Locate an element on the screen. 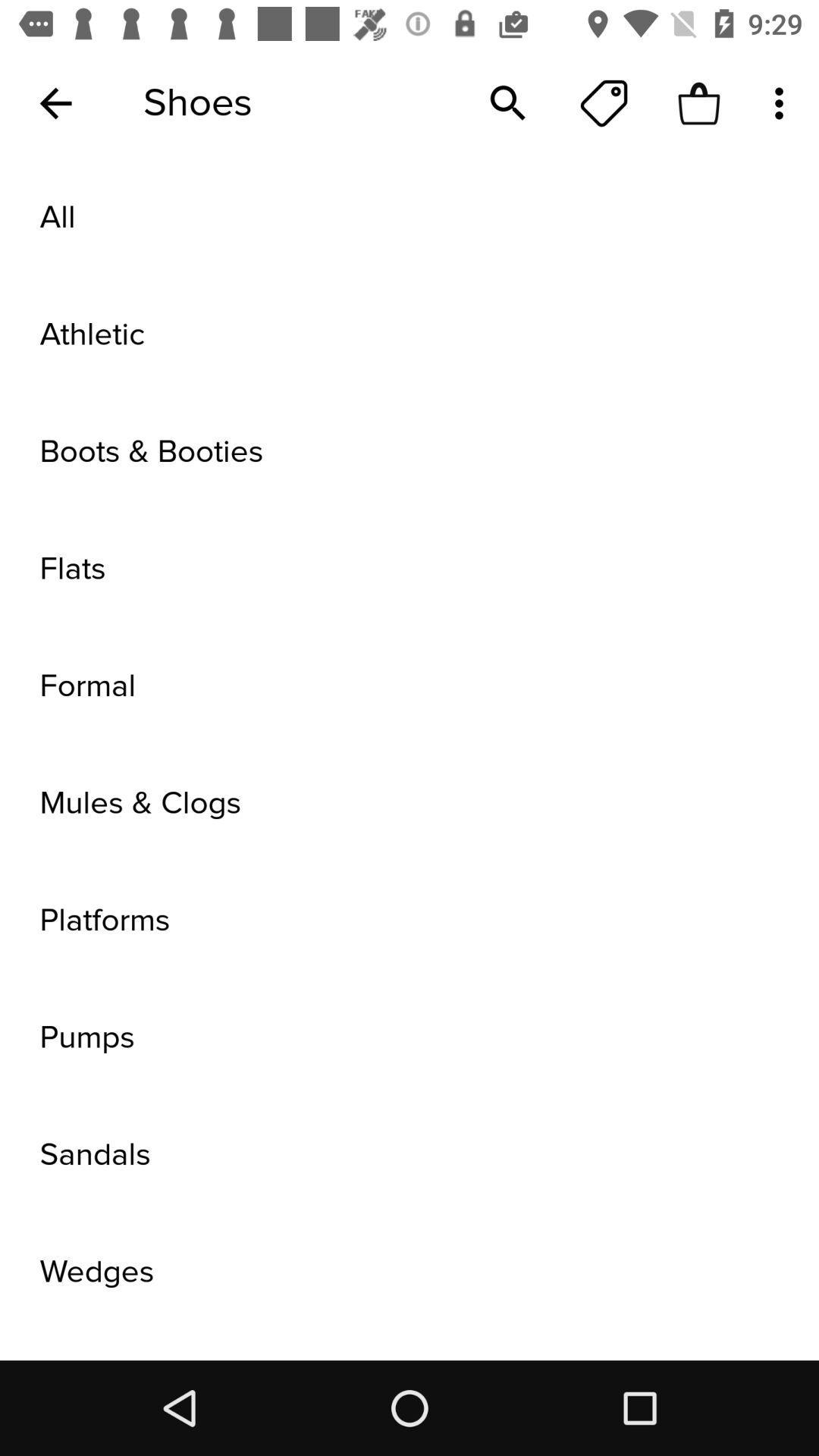 The width and height of the screenshot is (819, 1456). the icon to the right of the shoes icon is located at coordinates (508, 102).